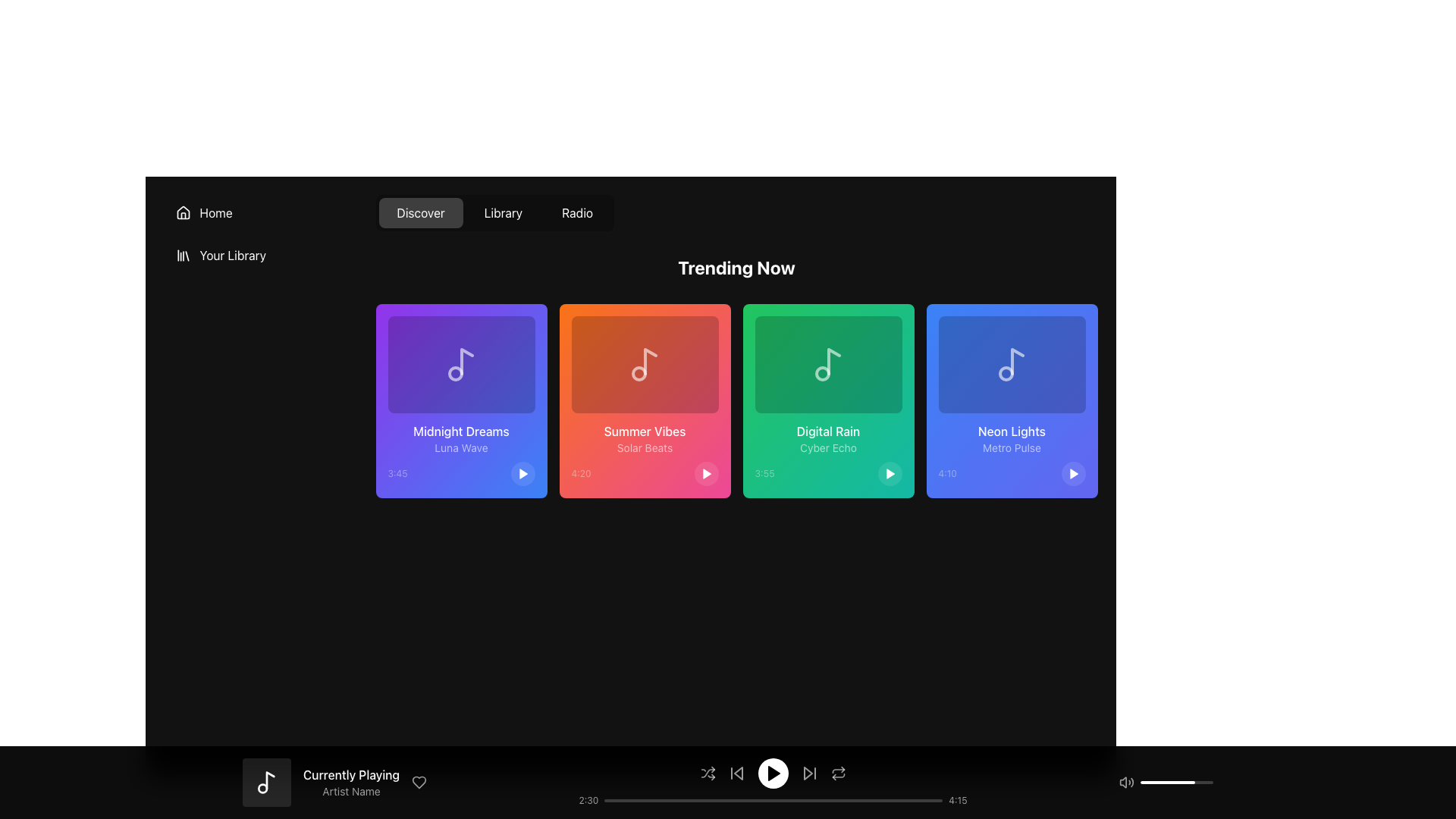  Describe the element at coordinates (1123, 783) in the screenshot. I see `the audio playback control icon resembling a small speaker` at that location.